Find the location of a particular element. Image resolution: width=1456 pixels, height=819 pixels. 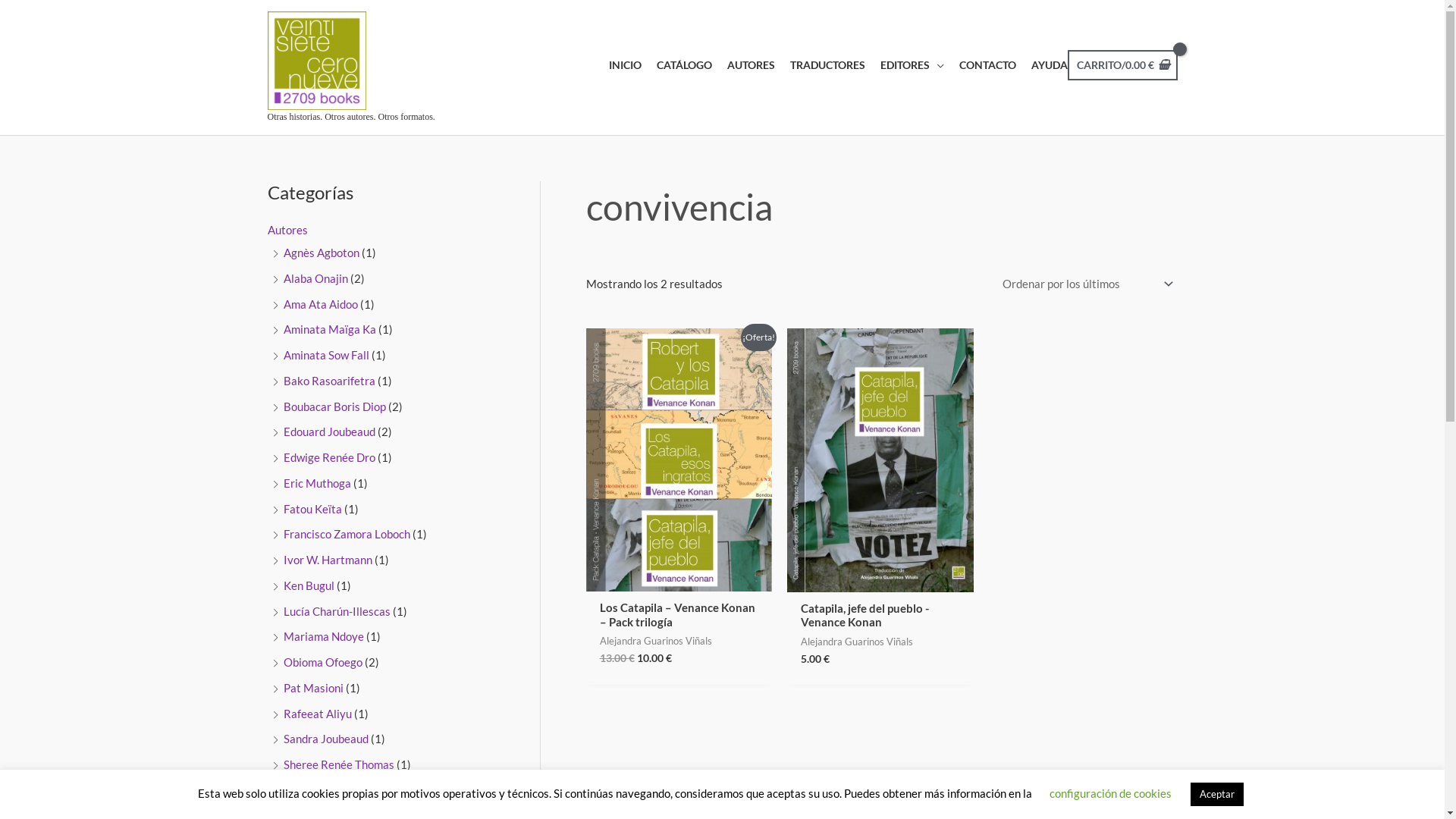

'Sandra Joubeaud' is located at coordinates (325, 738).